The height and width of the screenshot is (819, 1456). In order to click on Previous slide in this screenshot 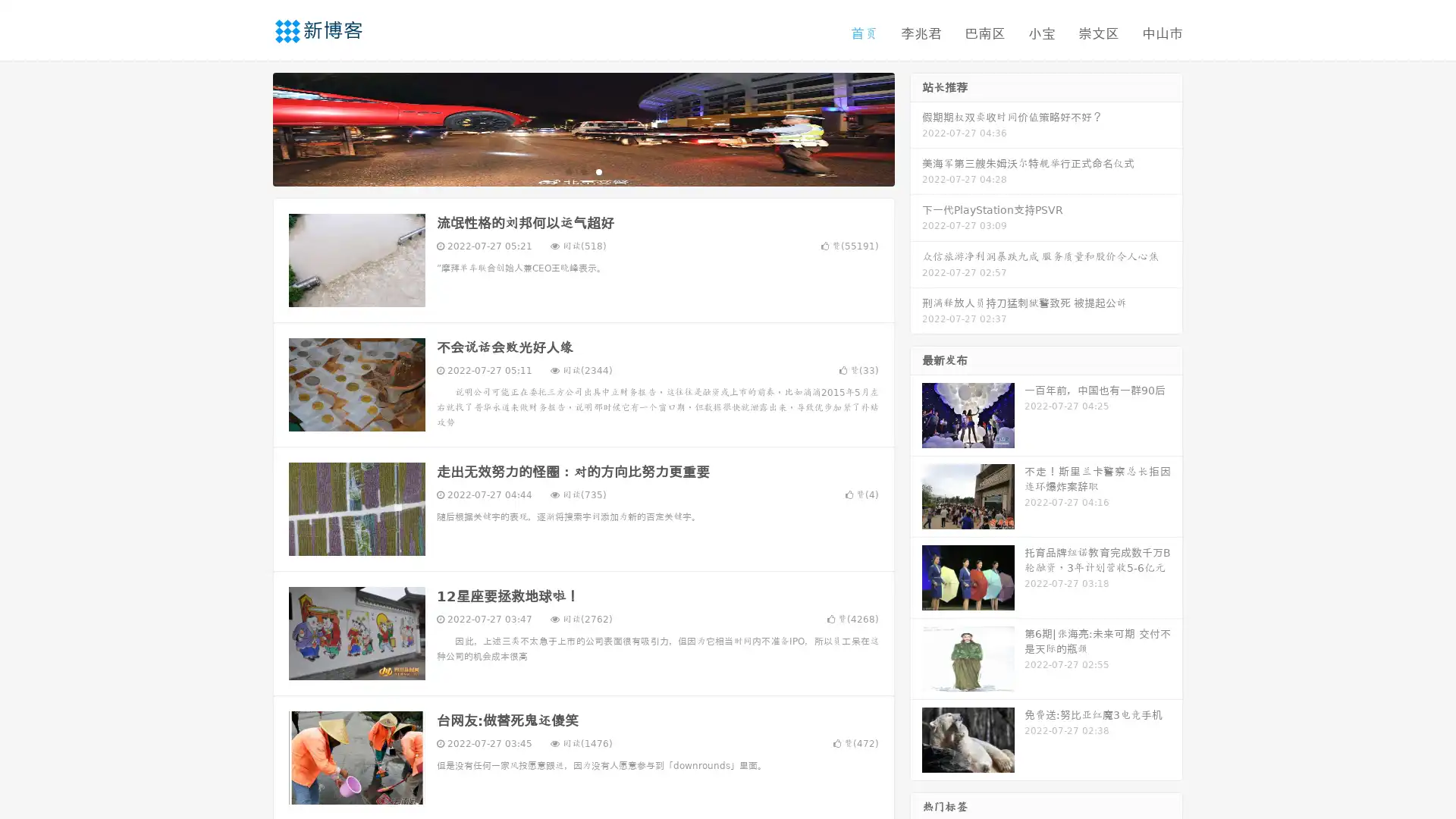, I will do `click(250, 127)`.